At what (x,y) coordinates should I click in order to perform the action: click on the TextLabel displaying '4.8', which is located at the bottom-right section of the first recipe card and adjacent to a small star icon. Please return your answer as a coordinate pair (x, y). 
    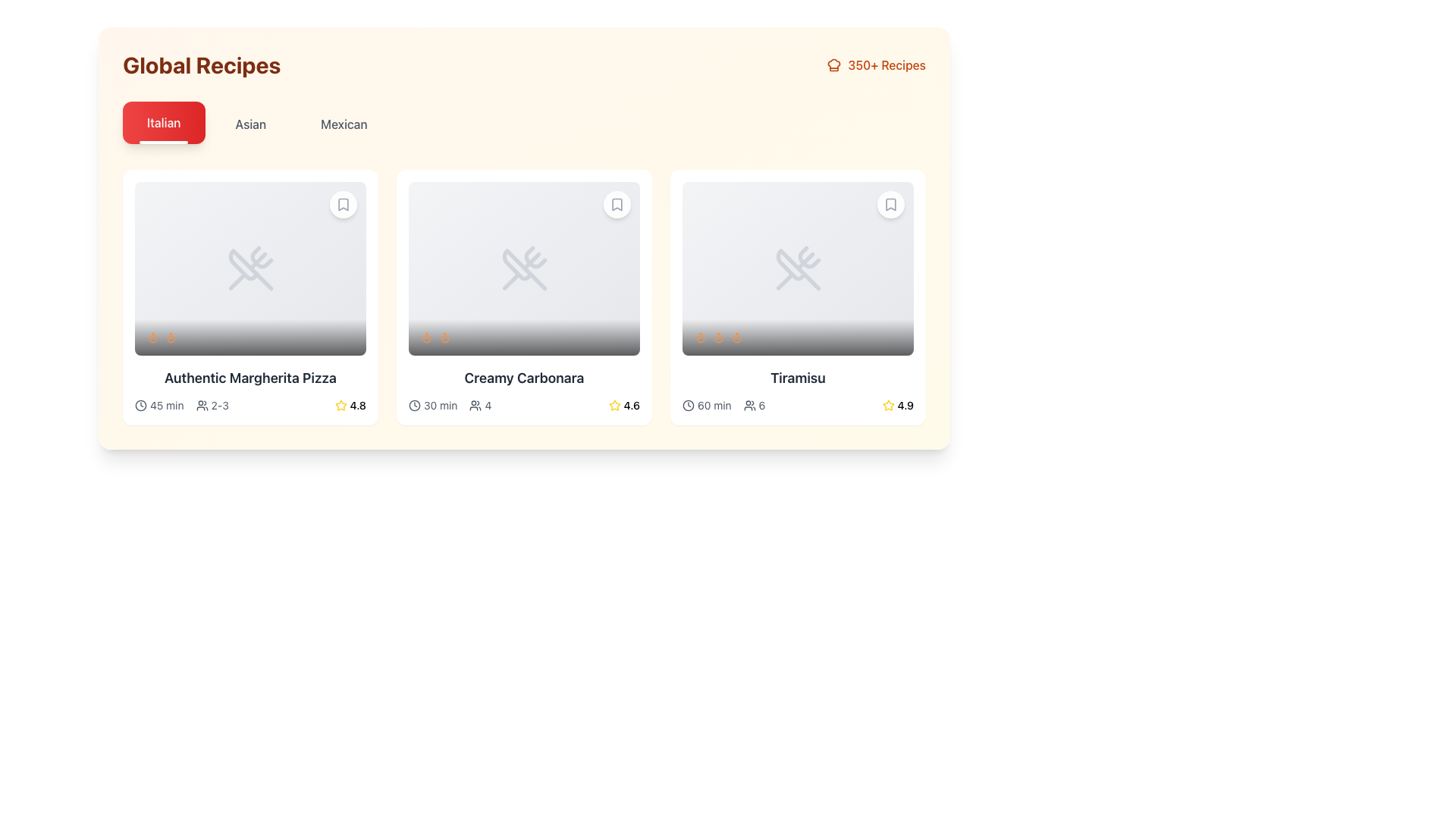
    Looking at the image, I should click on (357, 404).